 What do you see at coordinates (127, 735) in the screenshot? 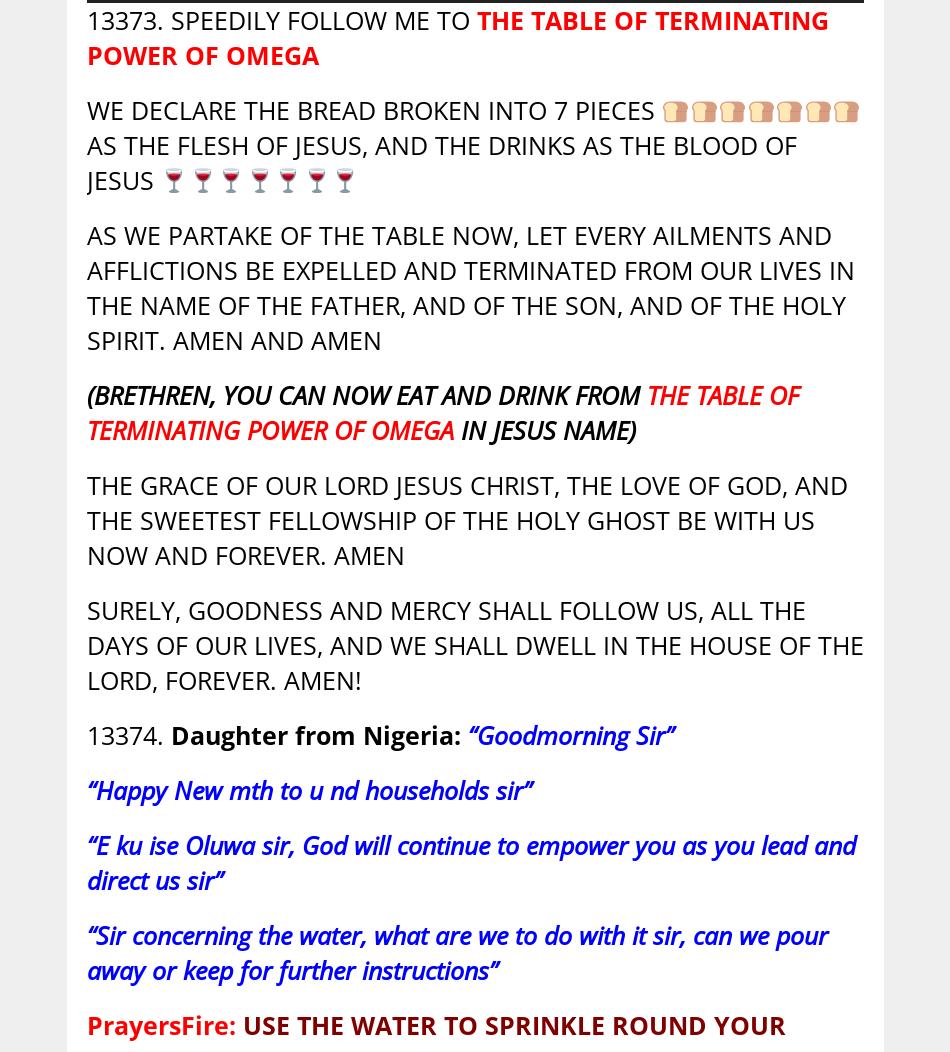
I see `'13374.'` at bounding box center [127, 735].